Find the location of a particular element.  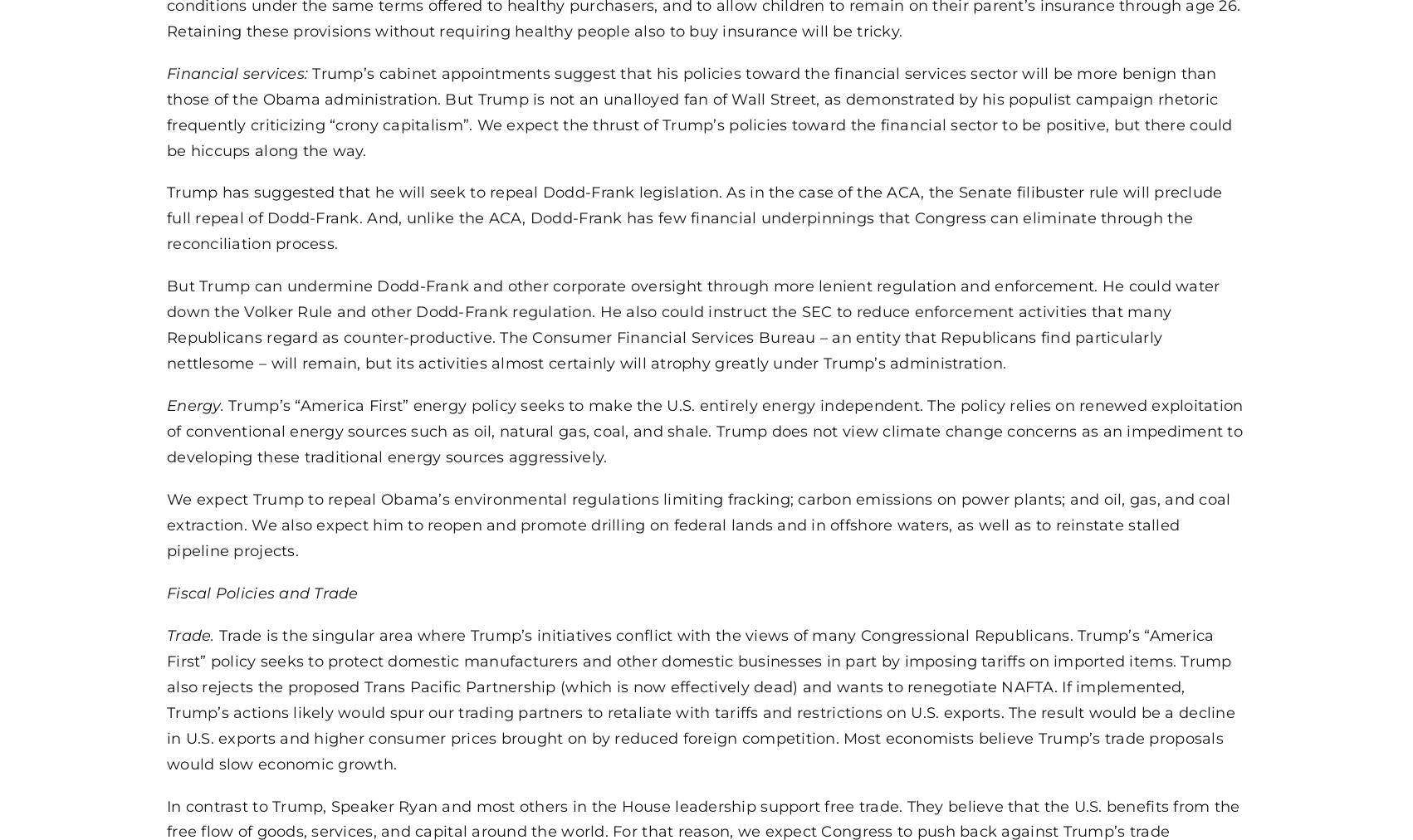

'Financial services:' is located at coordinates (239, 71).